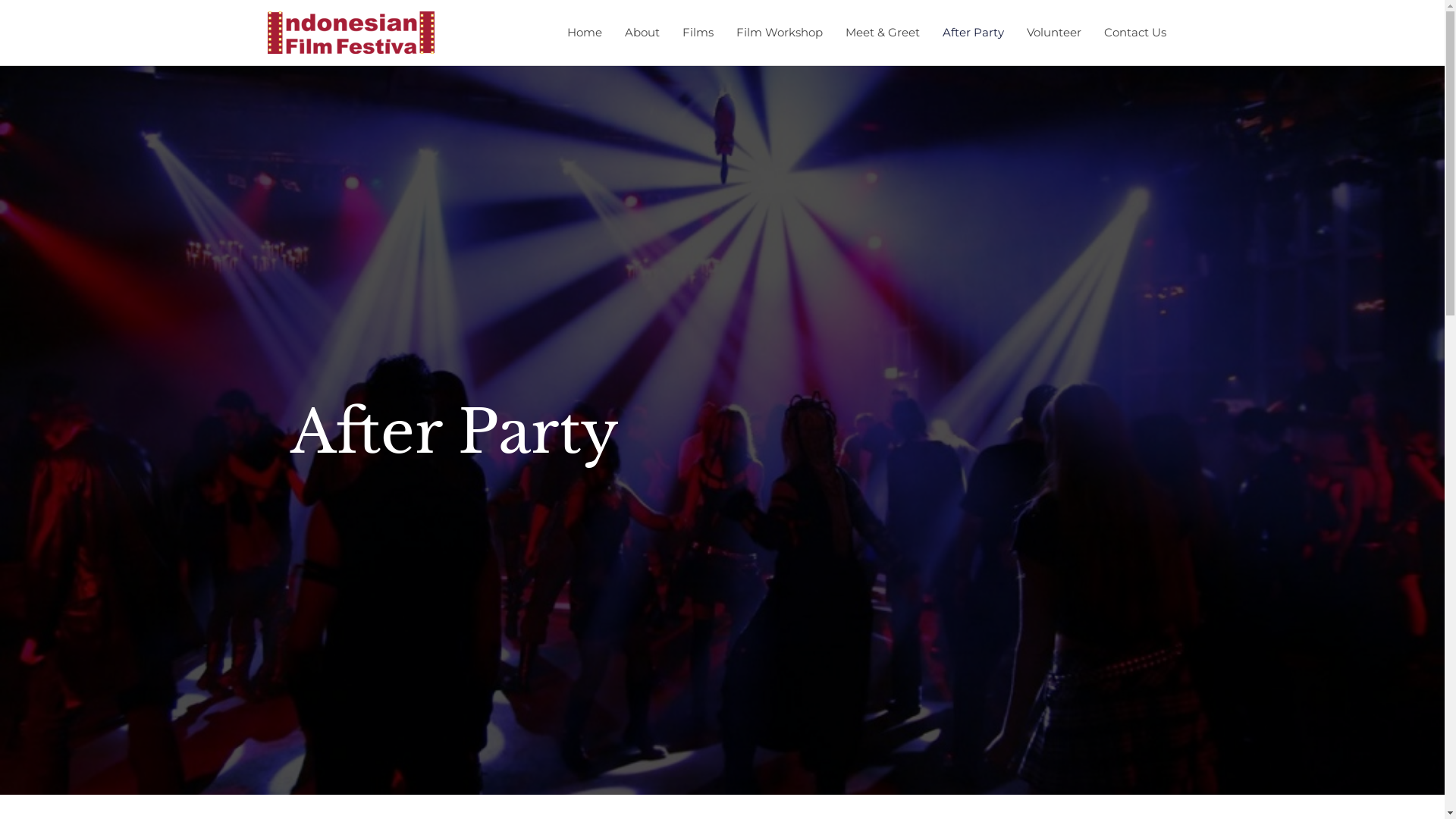 This screenshot has height=819, width=1456. What do you see at coordinates (1092, 32) in the screenshot?
I see `'Contact Us'` at bounding box center [1092, 32].